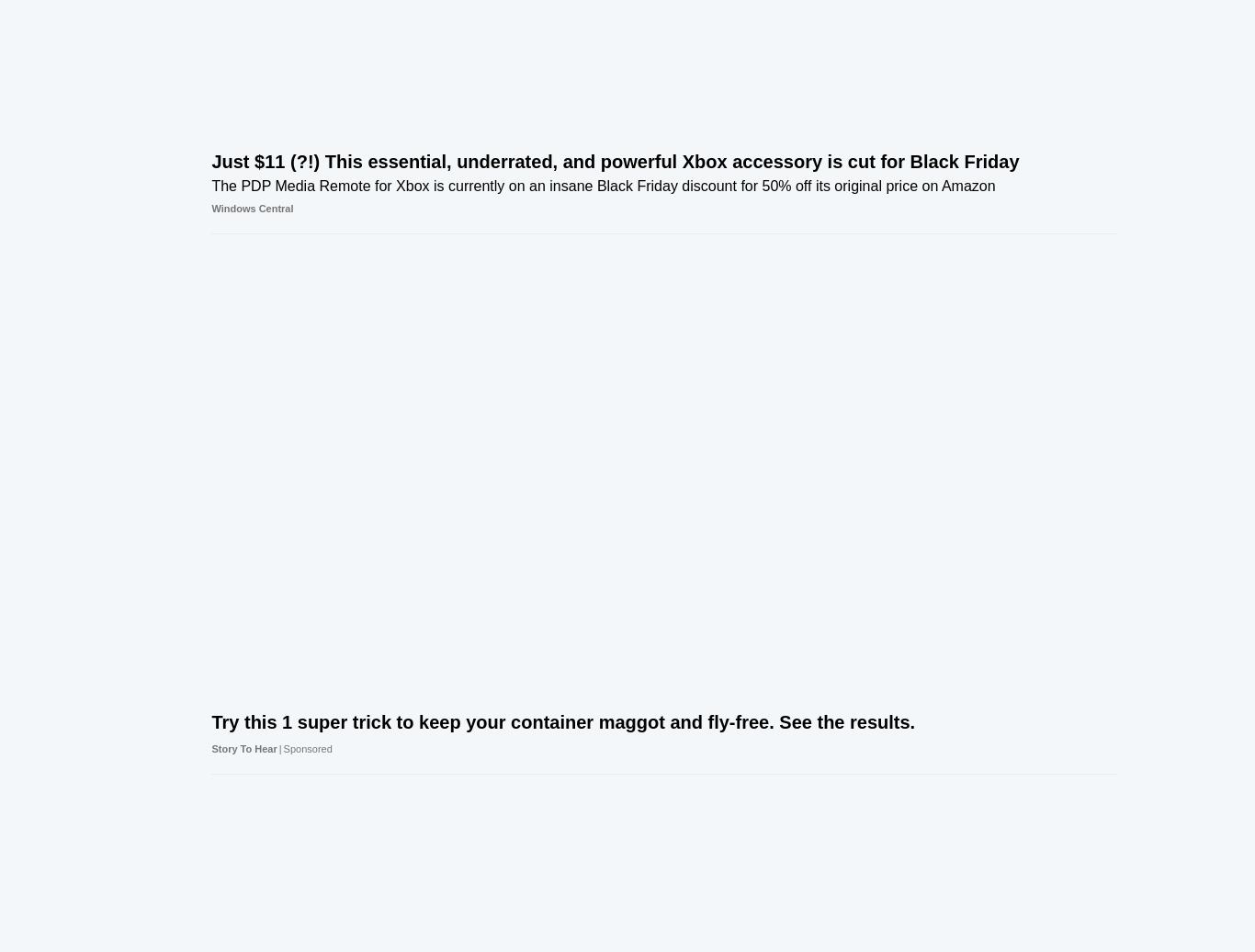  What do you see at coordinates (993, 70) in the screenshot?
I see `'Replies: 158K'` at bounding box center [993, 70].